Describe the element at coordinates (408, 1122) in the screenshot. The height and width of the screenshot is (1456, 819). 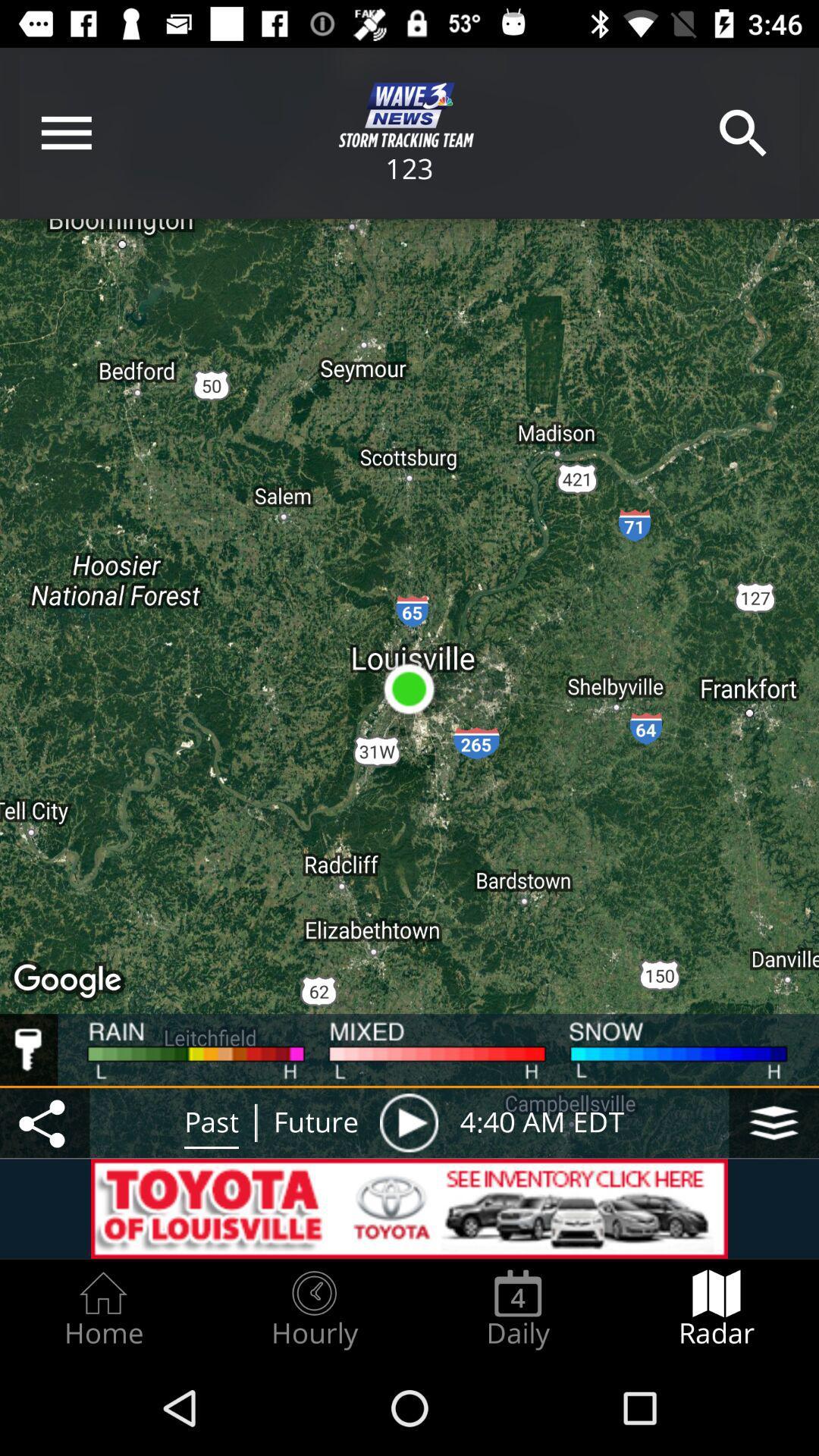
I see `item next to future` at that location.